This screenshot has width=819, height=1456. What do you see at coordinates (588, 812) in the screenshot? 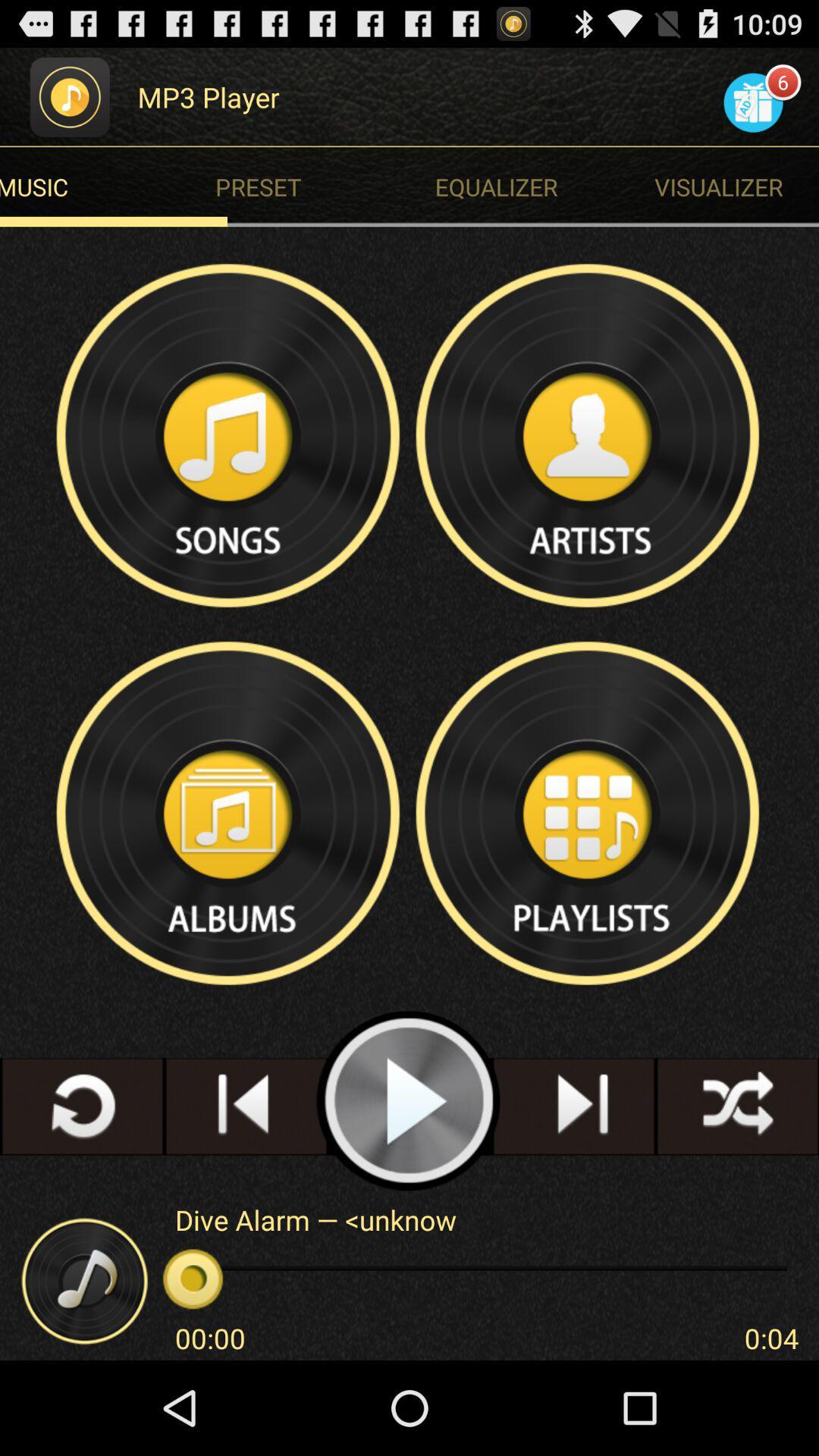
I see `show playlists` at bounding box center [588, 812].